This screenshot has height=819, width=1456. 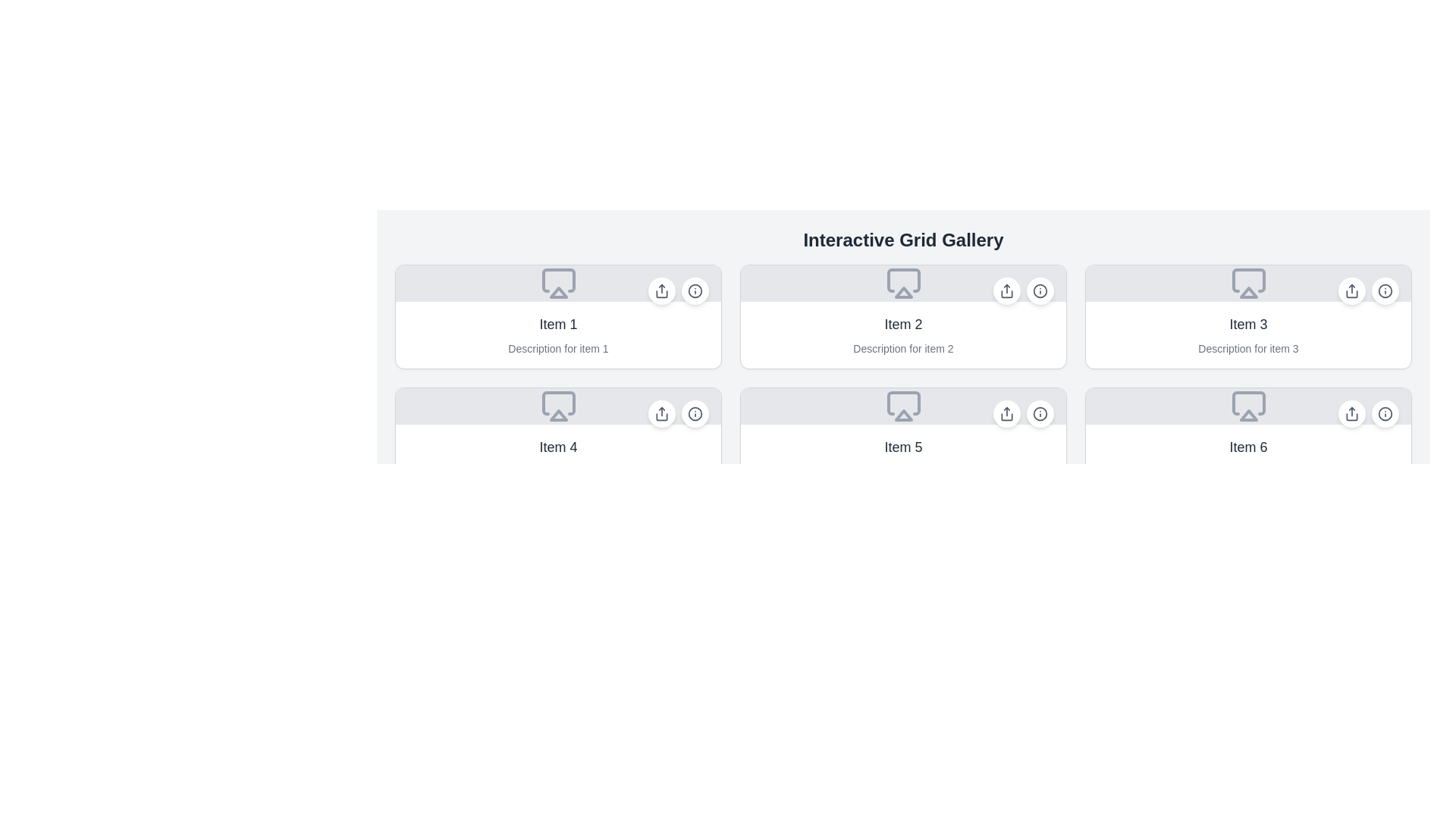 What do you see at coordinates (903, 348) in the screenshot?
I see `the descriptive text label for 'Item 2', which is located directly below its title in the second card of the top row` at bounding box center [903, 348].